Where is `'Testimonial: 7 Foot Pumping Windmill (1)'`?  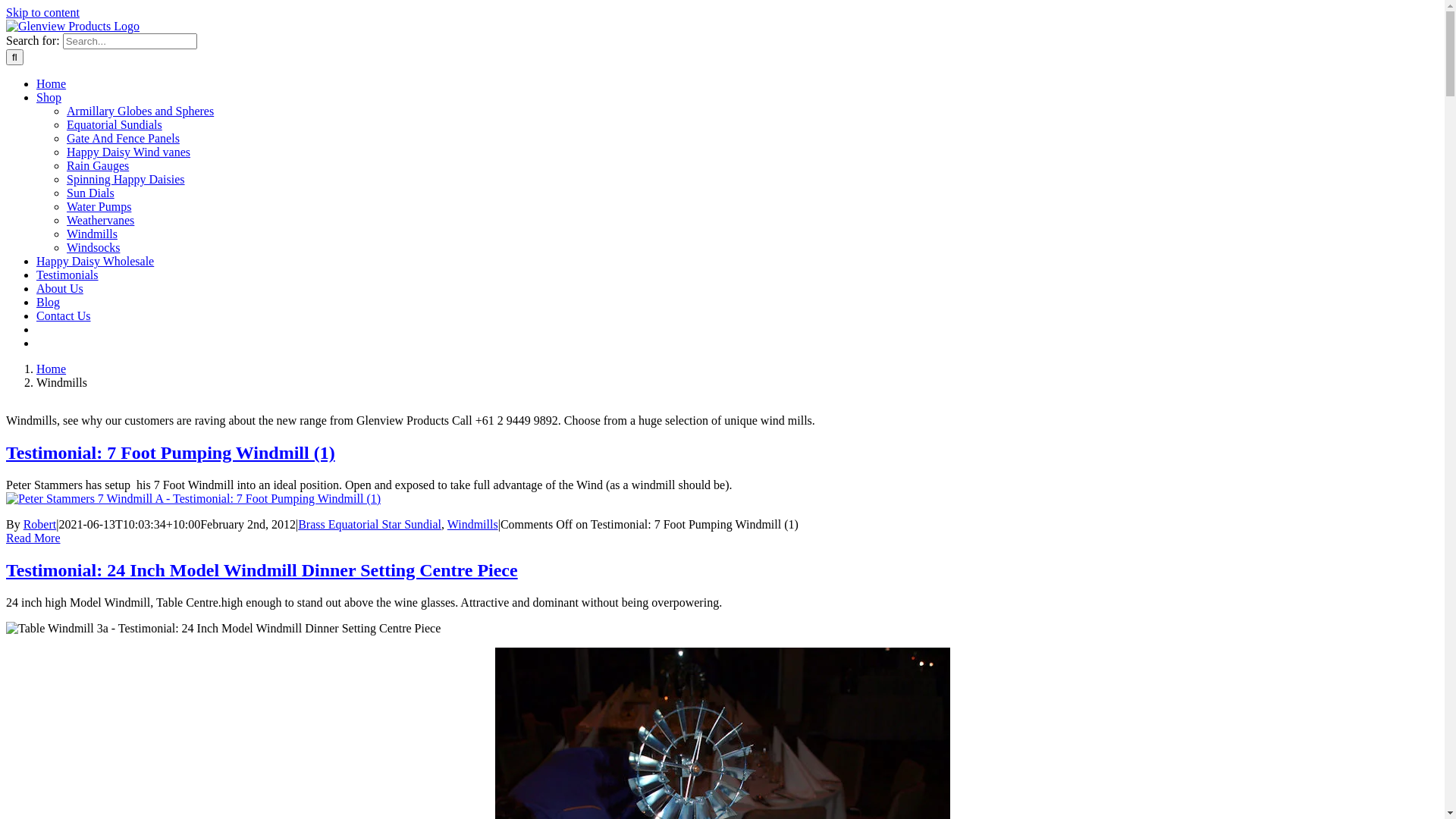 'Testimonial: 7 Foot Pumping Windmill (1)' is located at coordinates (192, 499).